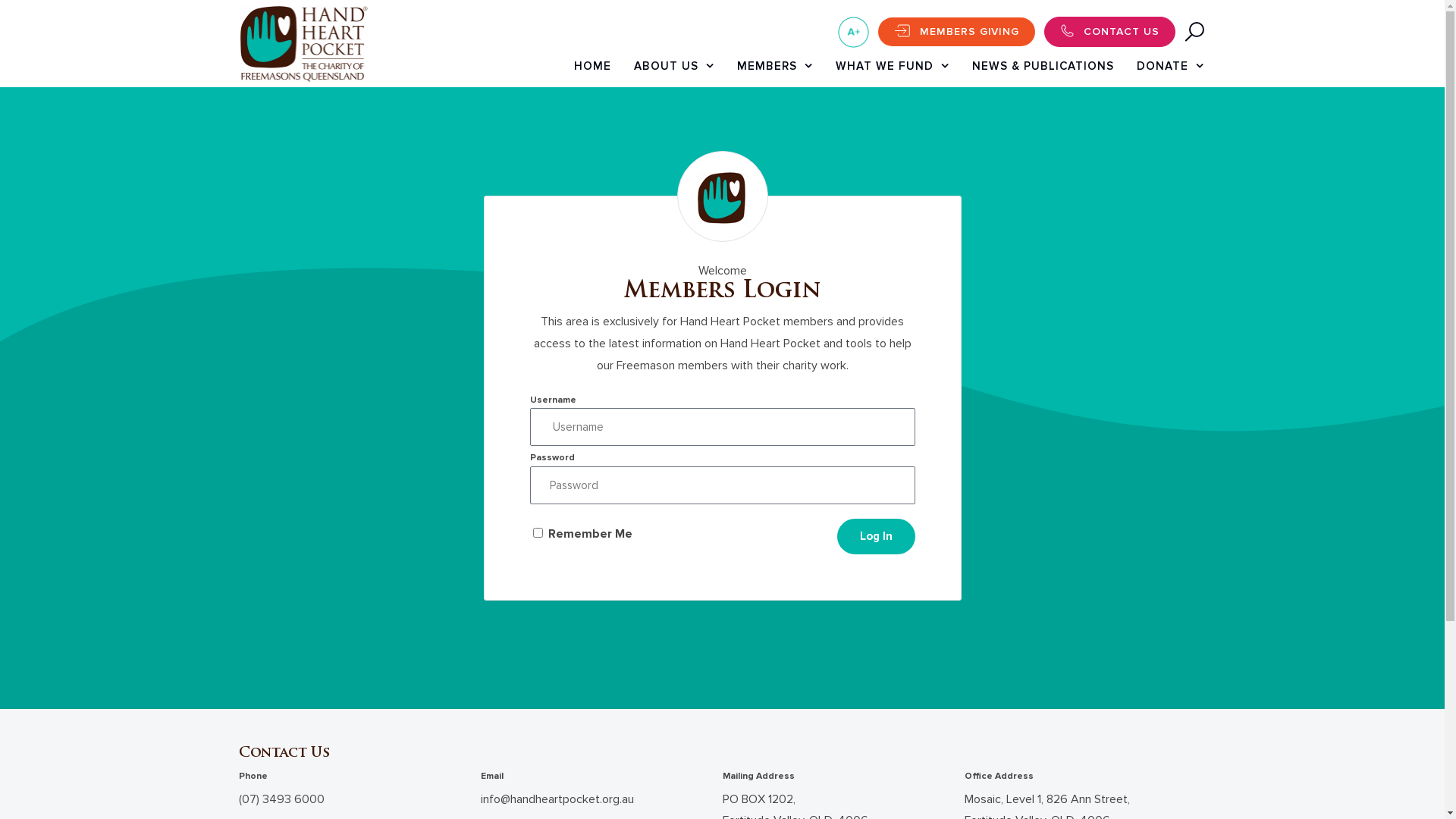 The width and height of the screenshot is (1456, 819). I want to click on '(07) 3493 6000', so click(281, 798).